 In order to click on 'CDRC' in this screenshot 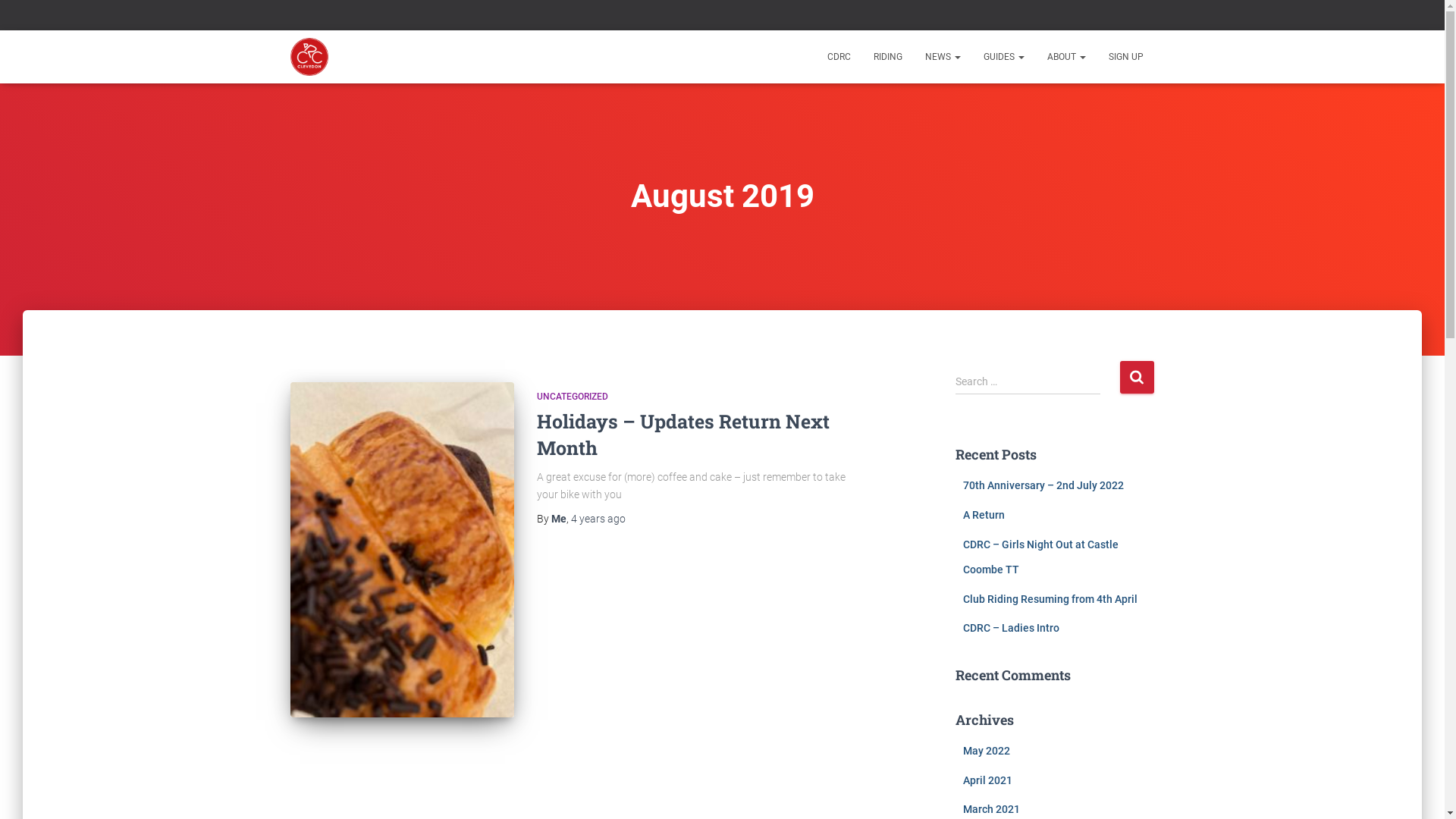, I will do `click(838, 55)`.